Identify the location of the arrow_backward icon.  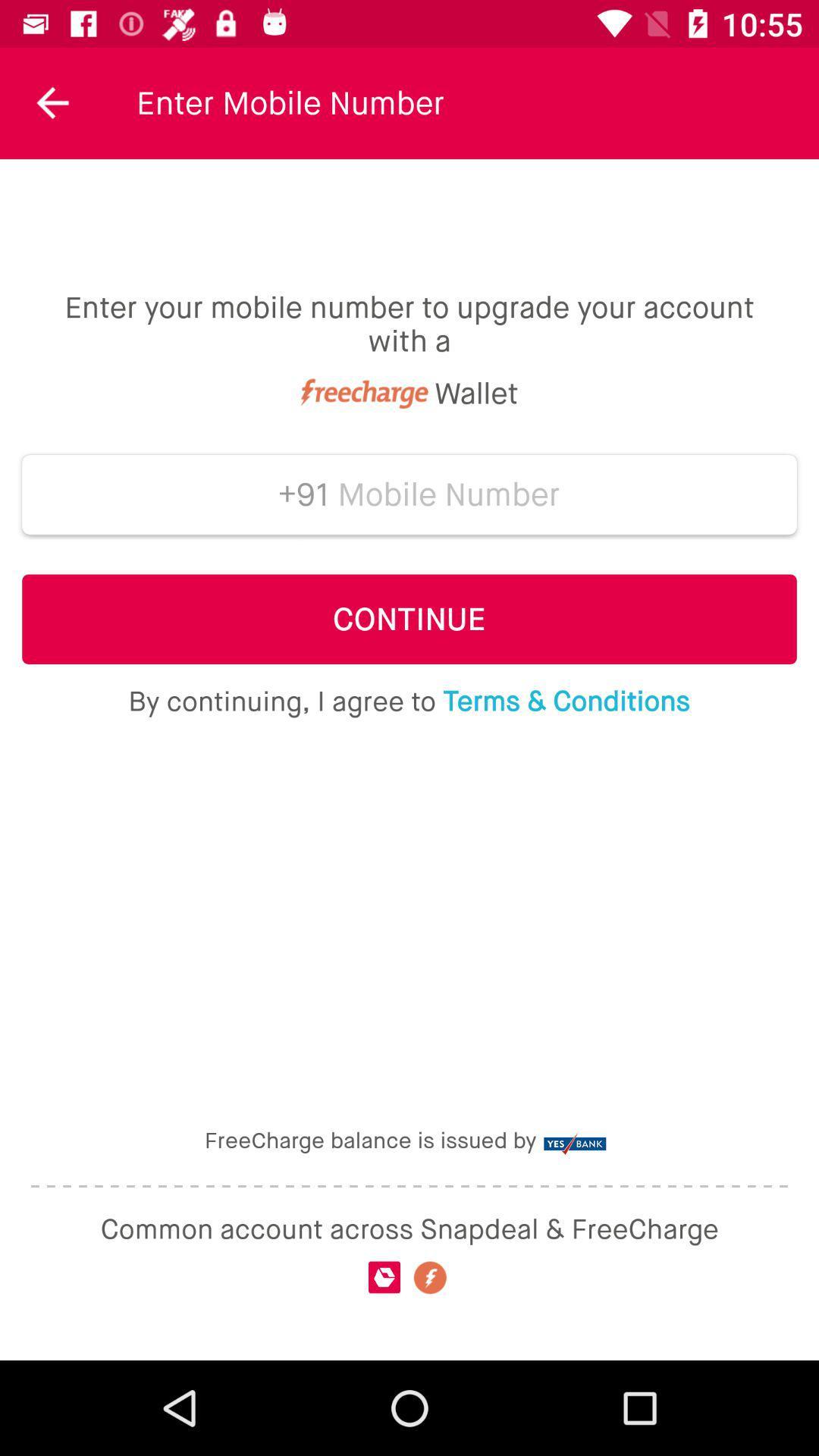
(52, 102).